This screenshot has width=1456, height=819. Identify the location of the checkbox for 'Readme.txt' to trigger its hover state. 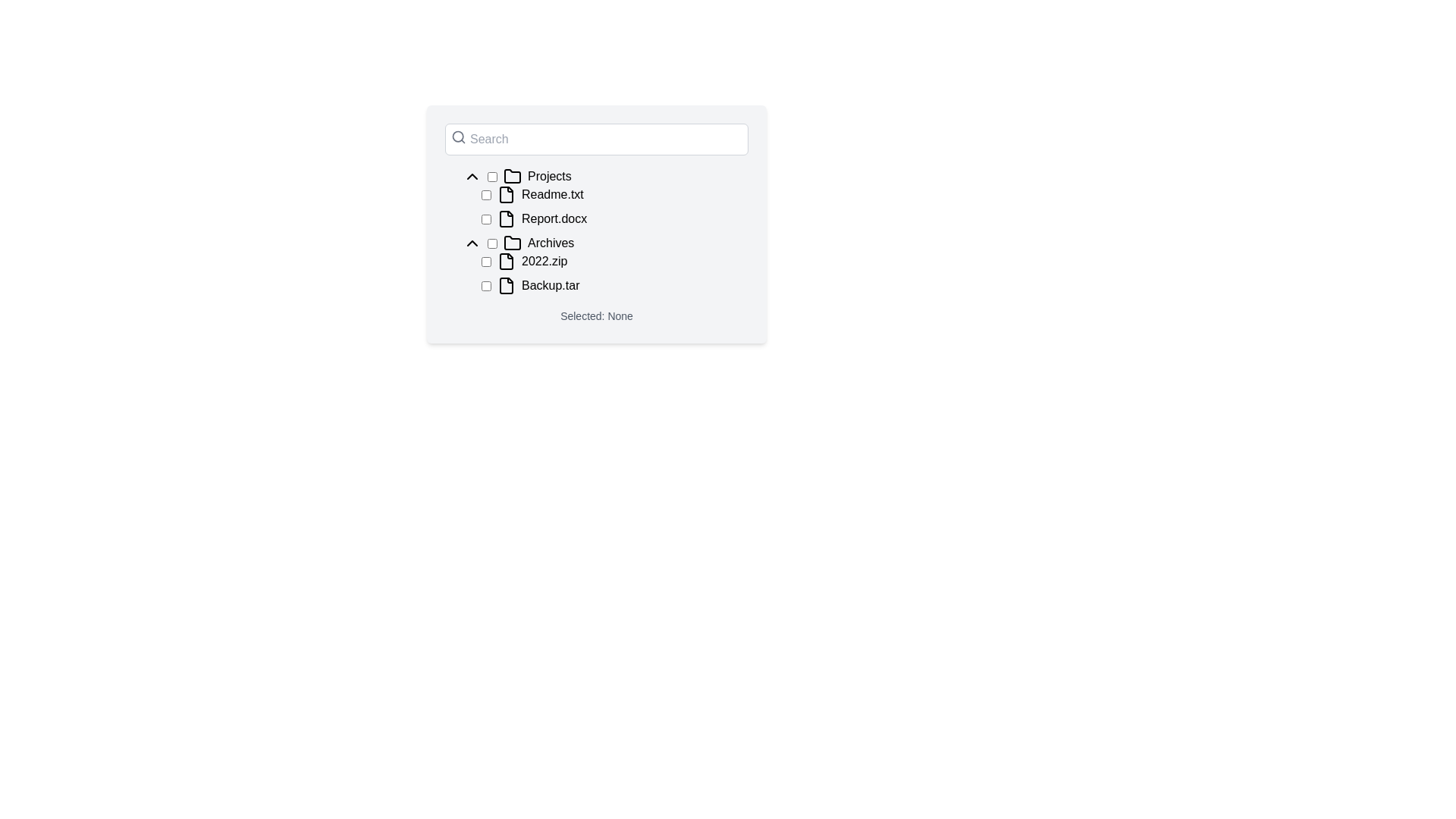
(486, 194).